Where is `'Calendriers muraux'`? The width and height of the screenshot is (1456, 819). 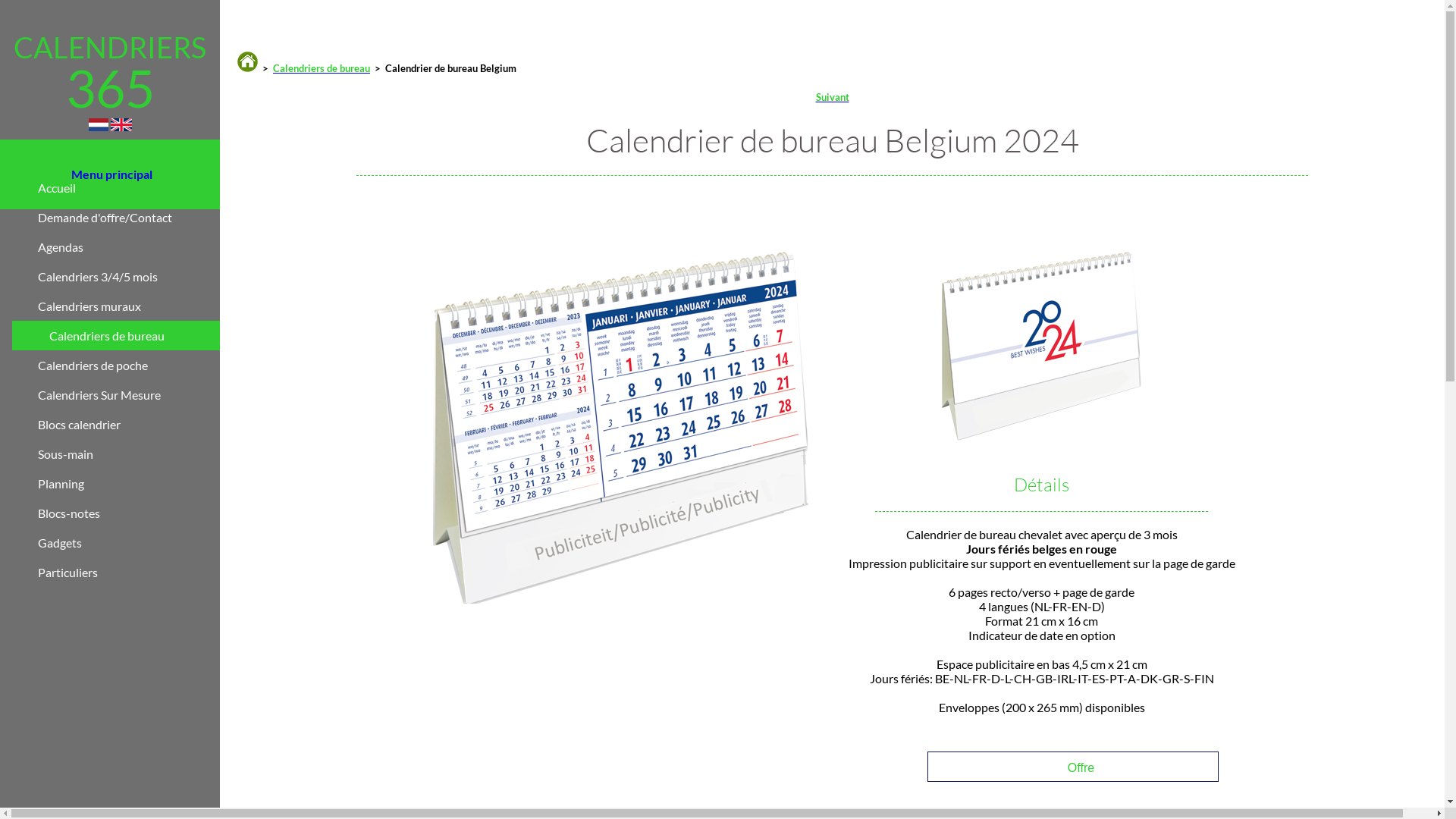 'Calendriers muraux' is located at coordinates (128, 306).